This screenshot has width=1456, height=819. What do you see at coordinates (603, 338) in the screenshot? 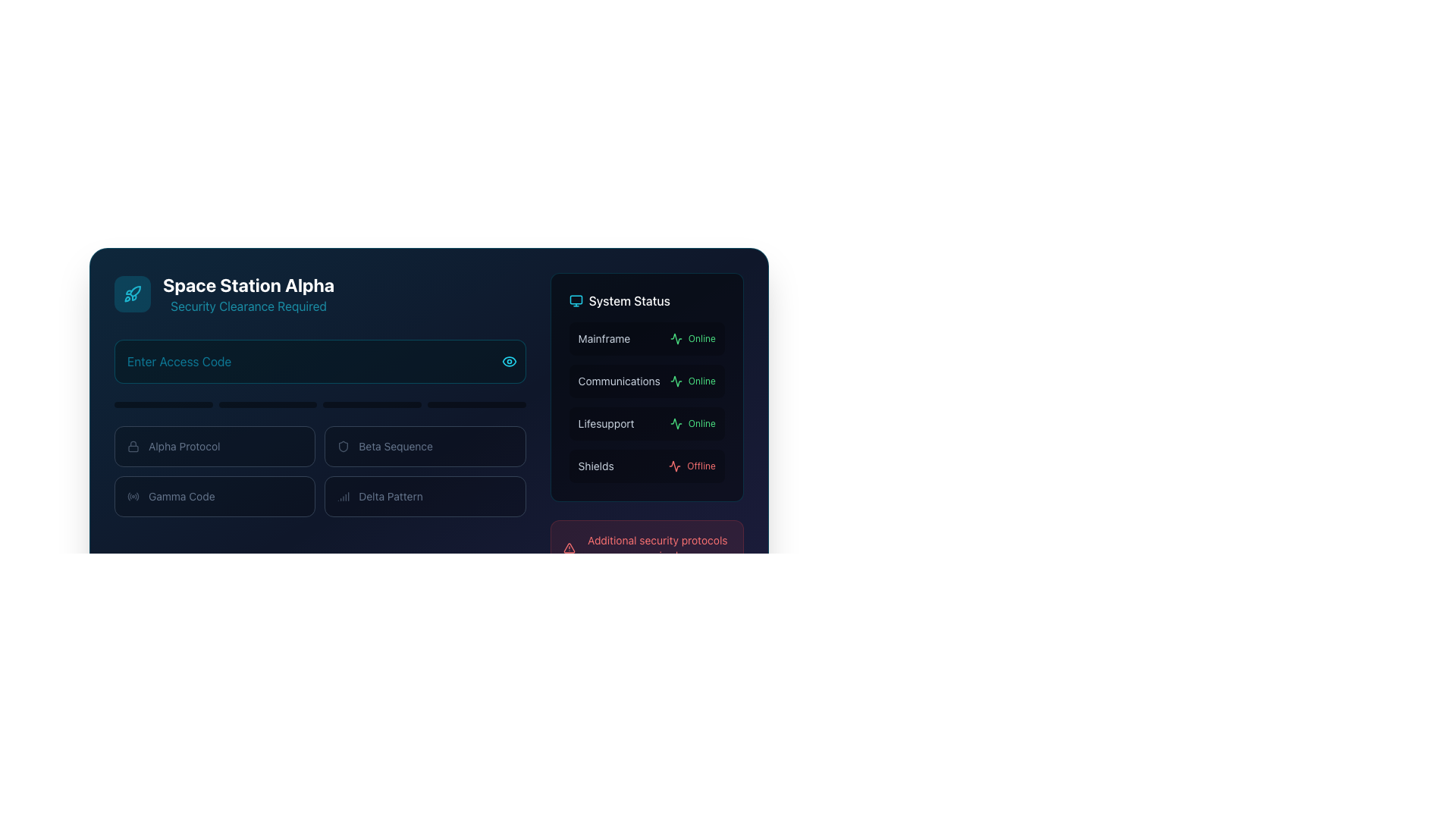
I see `the 'Mainframe' text label, which is a small, muted gray caption aligned at the top-left of the 'System Status' panel` at bounding box center [603, 338].